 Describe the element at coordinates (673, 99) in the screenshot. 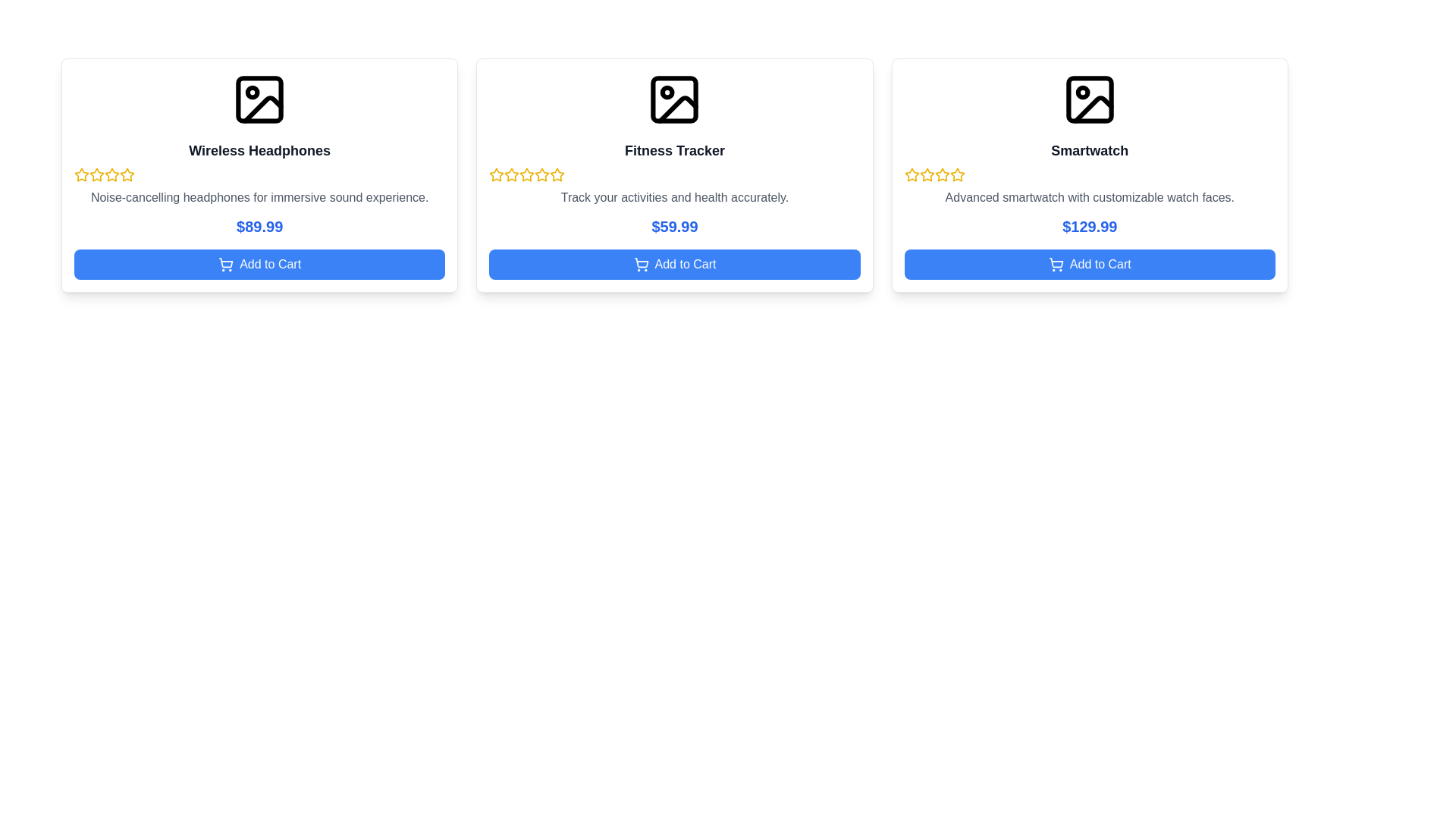

I see `the image representing the product` at that location.